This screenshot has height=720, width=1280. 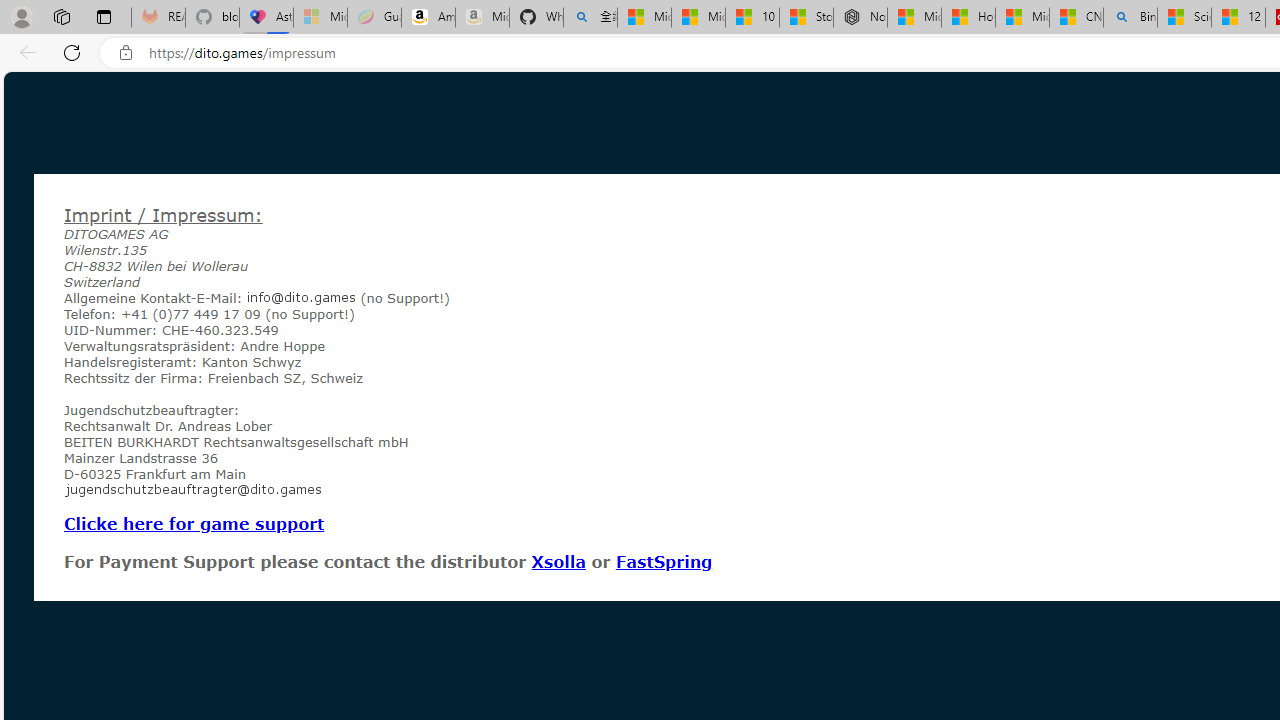 What do you see at coordinates (806, 17) in the screenshot?
I see `'Stocks - MSN'` at bounding box center [806, 17].